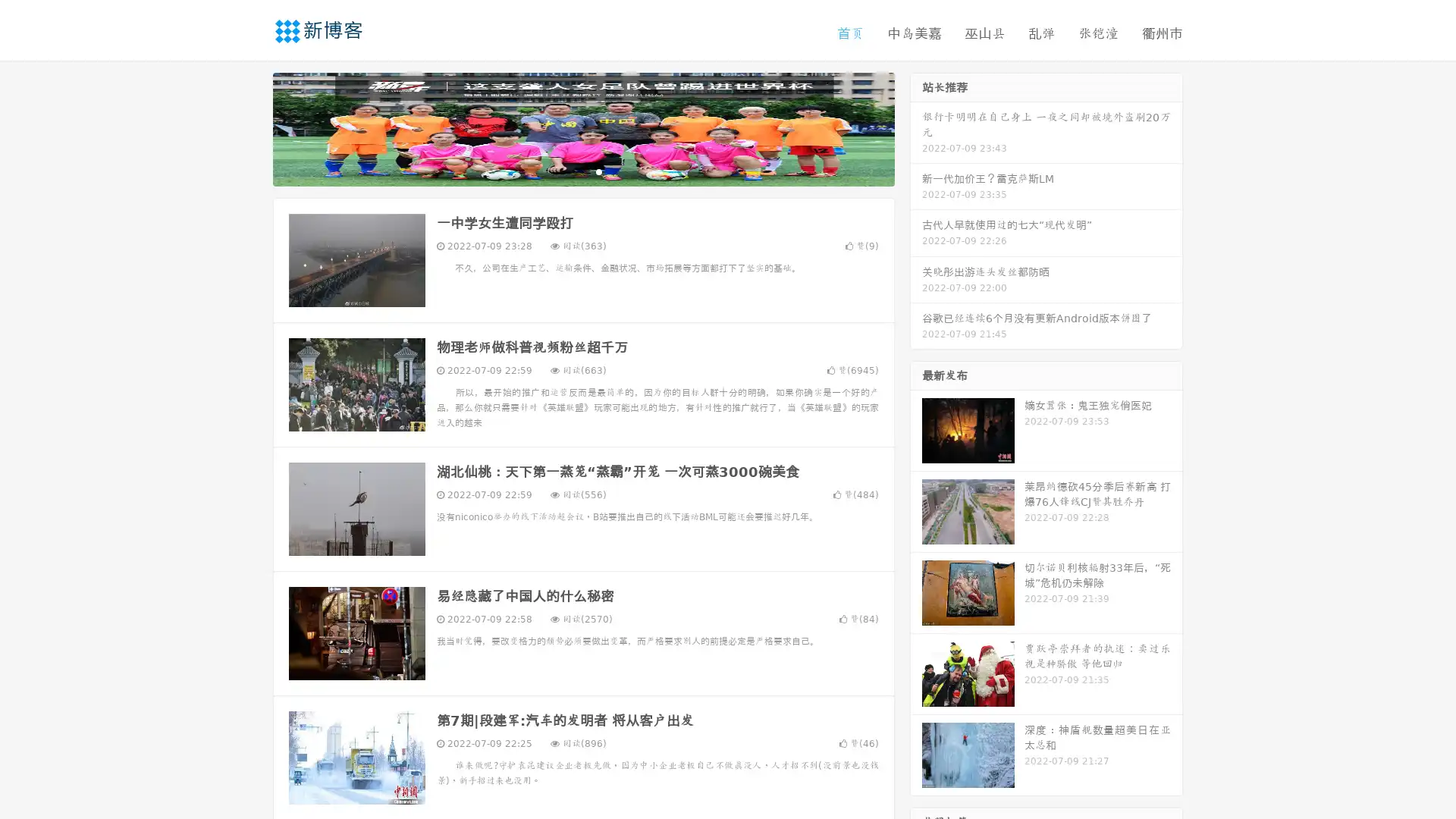  I want to click on Go to slide 2, so click(582, 171).